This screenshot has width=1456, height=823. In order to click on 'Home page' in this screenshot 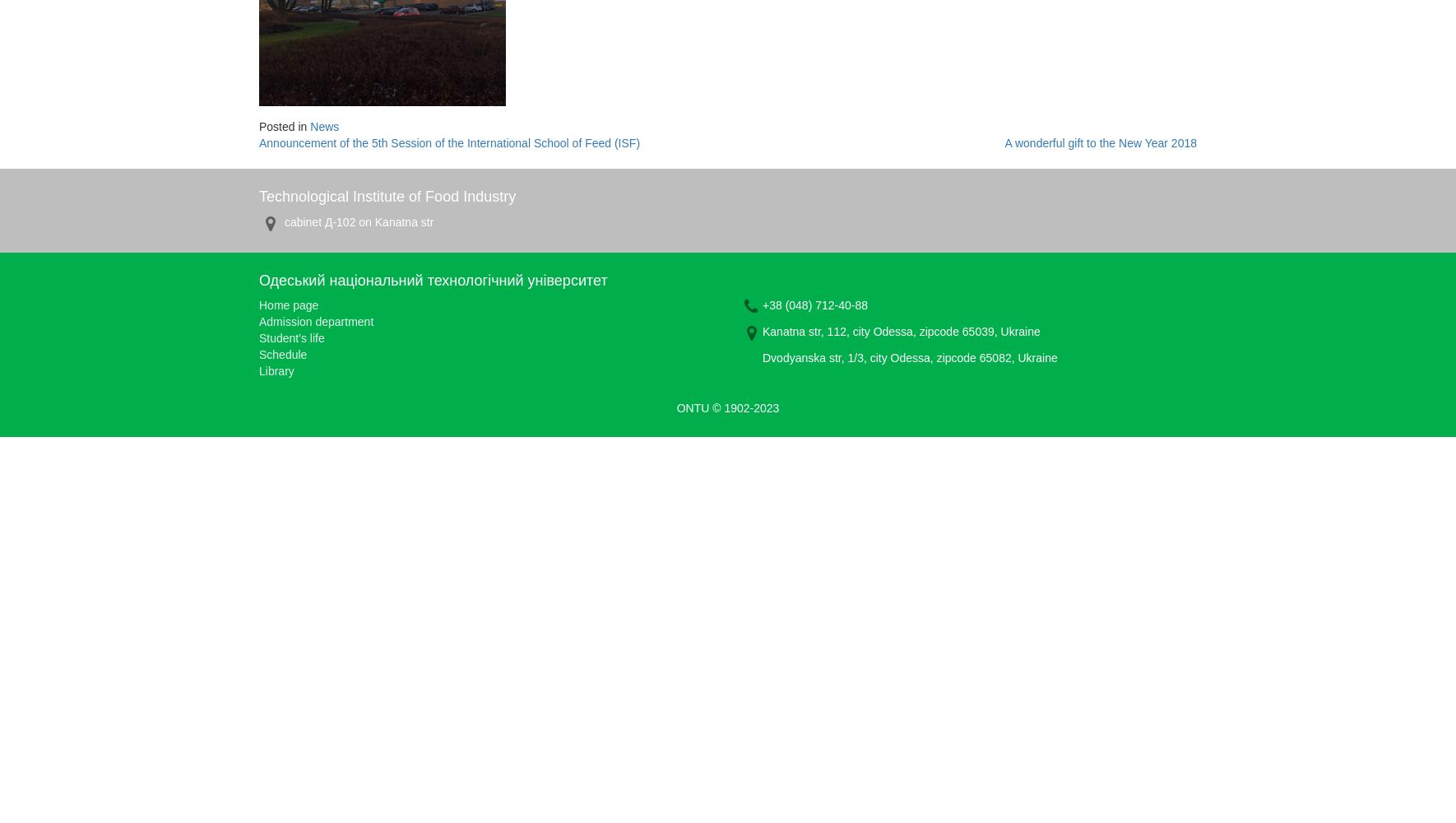, I will do `click(258, 305)`.